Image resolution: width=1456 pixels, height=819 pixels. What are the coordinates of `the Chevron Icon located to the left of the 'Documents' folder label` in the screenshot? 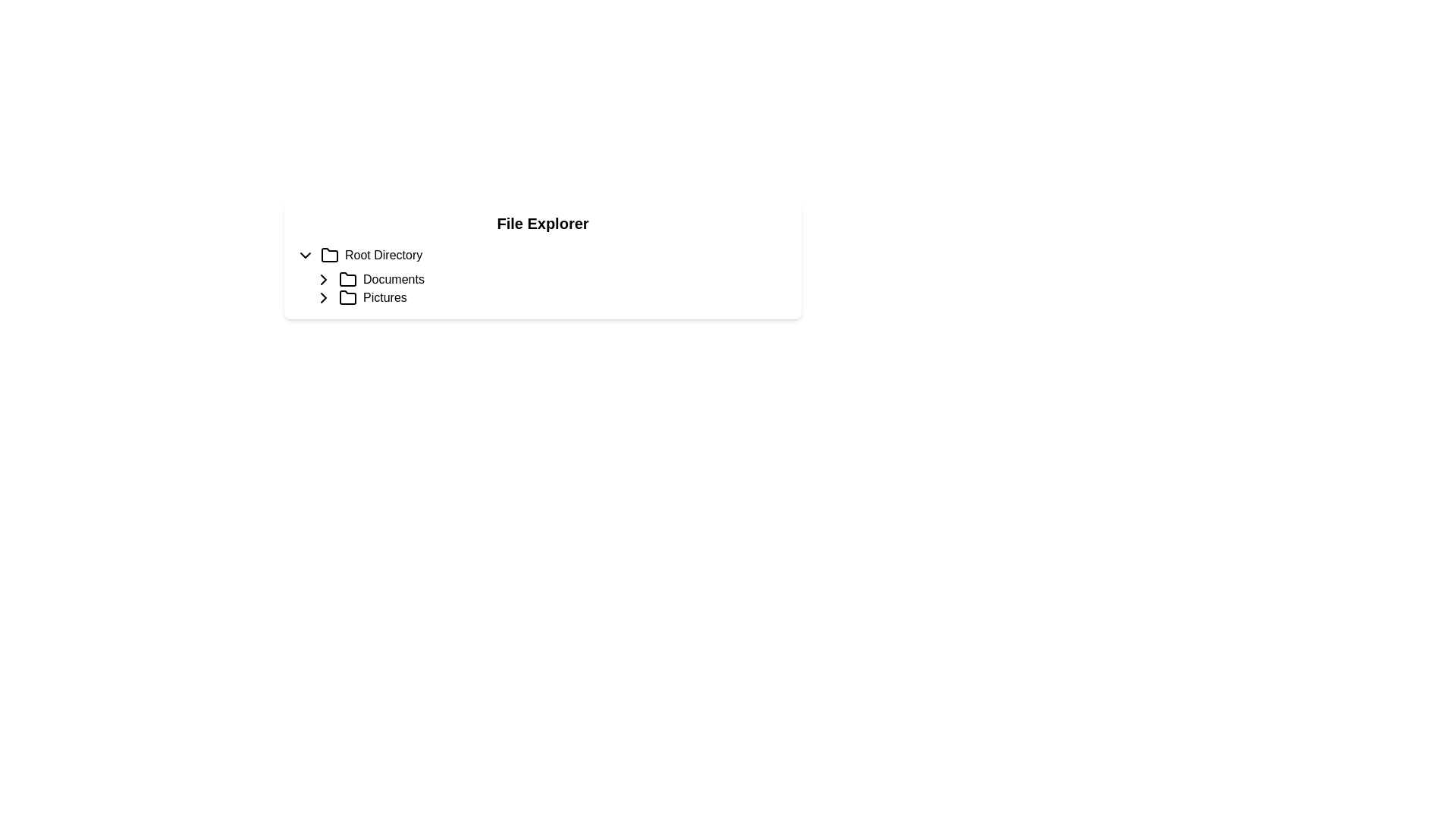 It's located at (323, 298).